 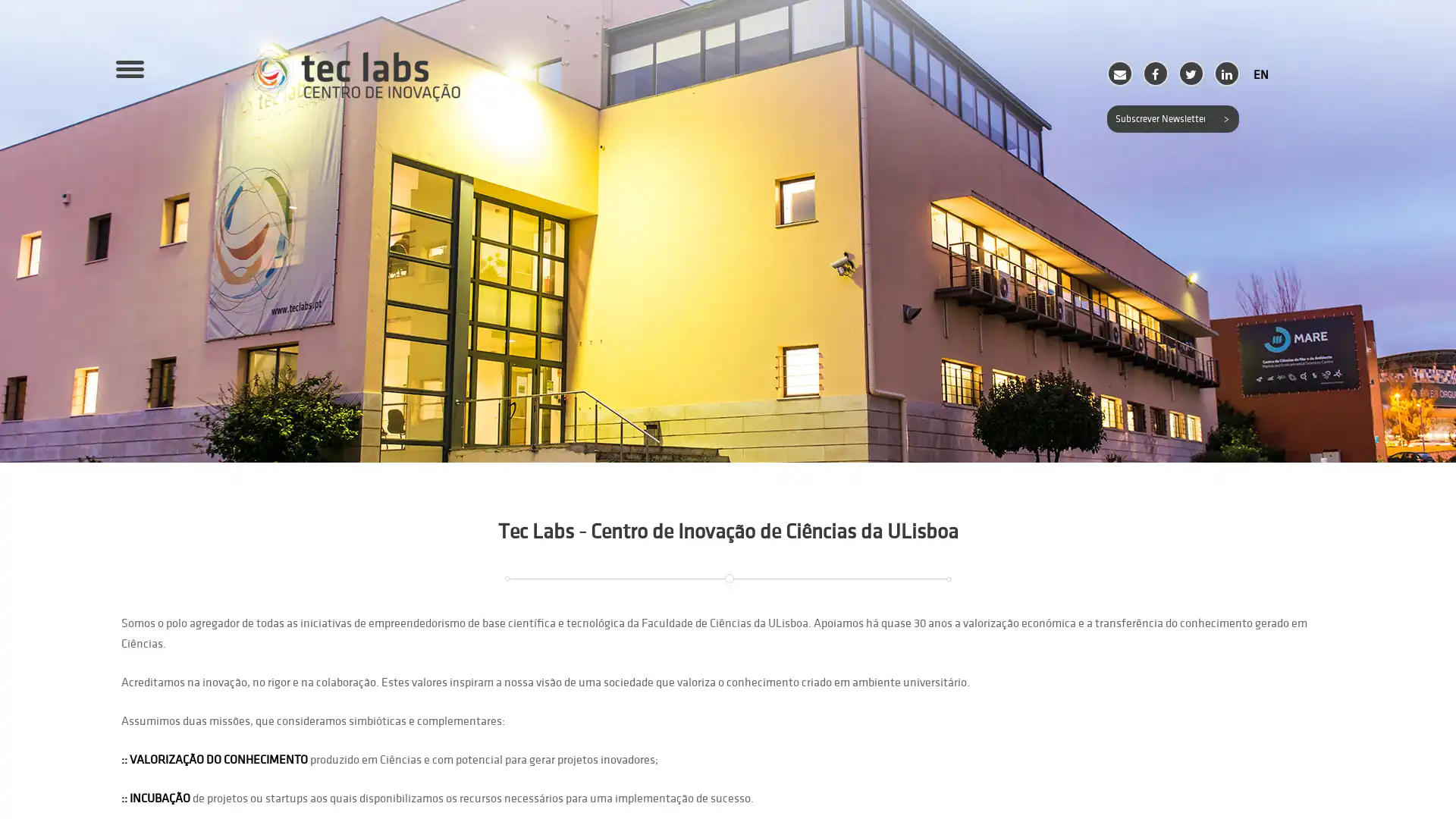 What do you see at coordinates (1225, 118) in the screenshot?
I see `>` at bounding box center [1225, 118].